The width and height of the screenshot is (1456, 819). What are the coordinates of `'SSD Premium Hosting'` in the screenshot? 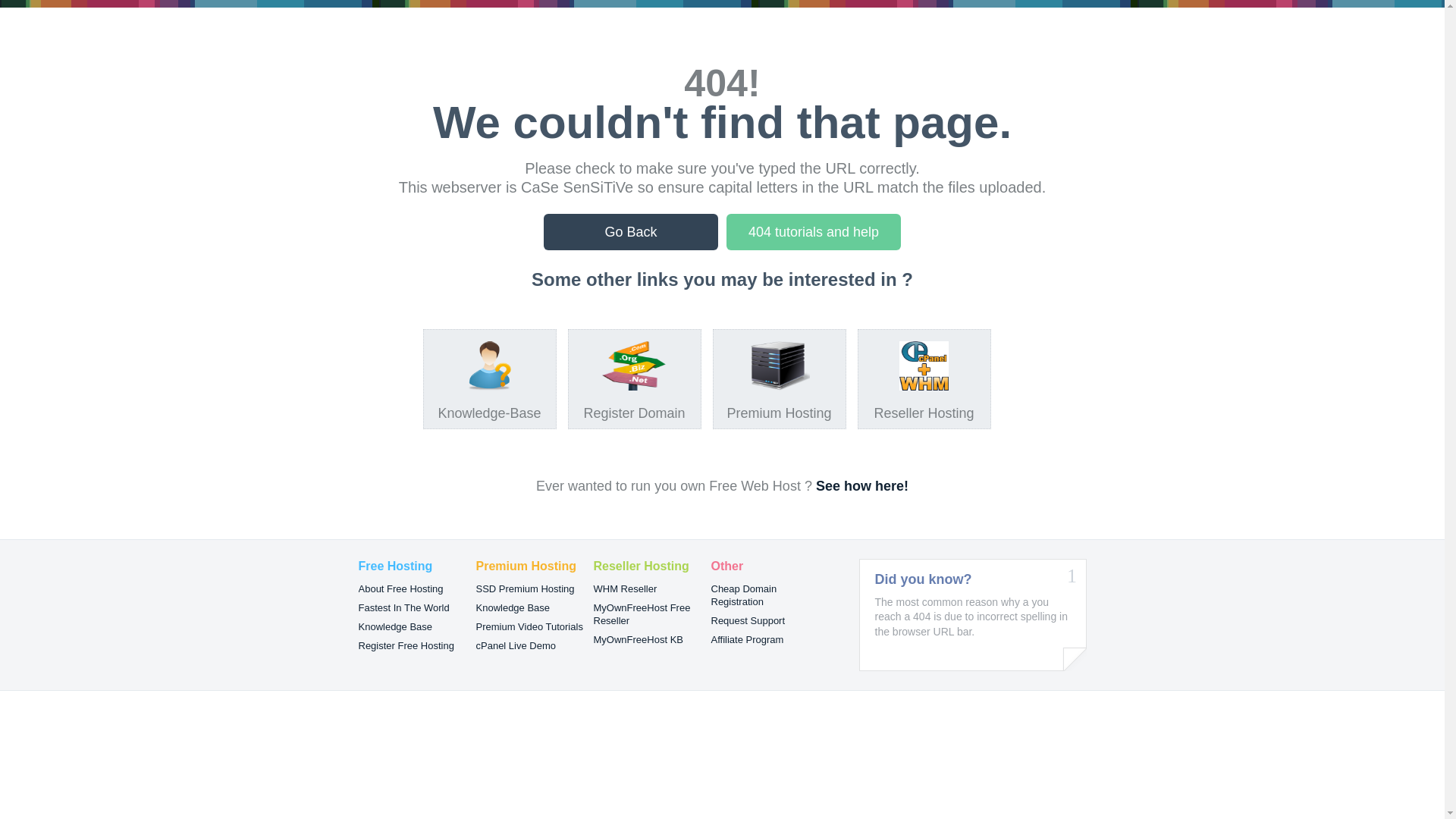 It's located at (525, 588).